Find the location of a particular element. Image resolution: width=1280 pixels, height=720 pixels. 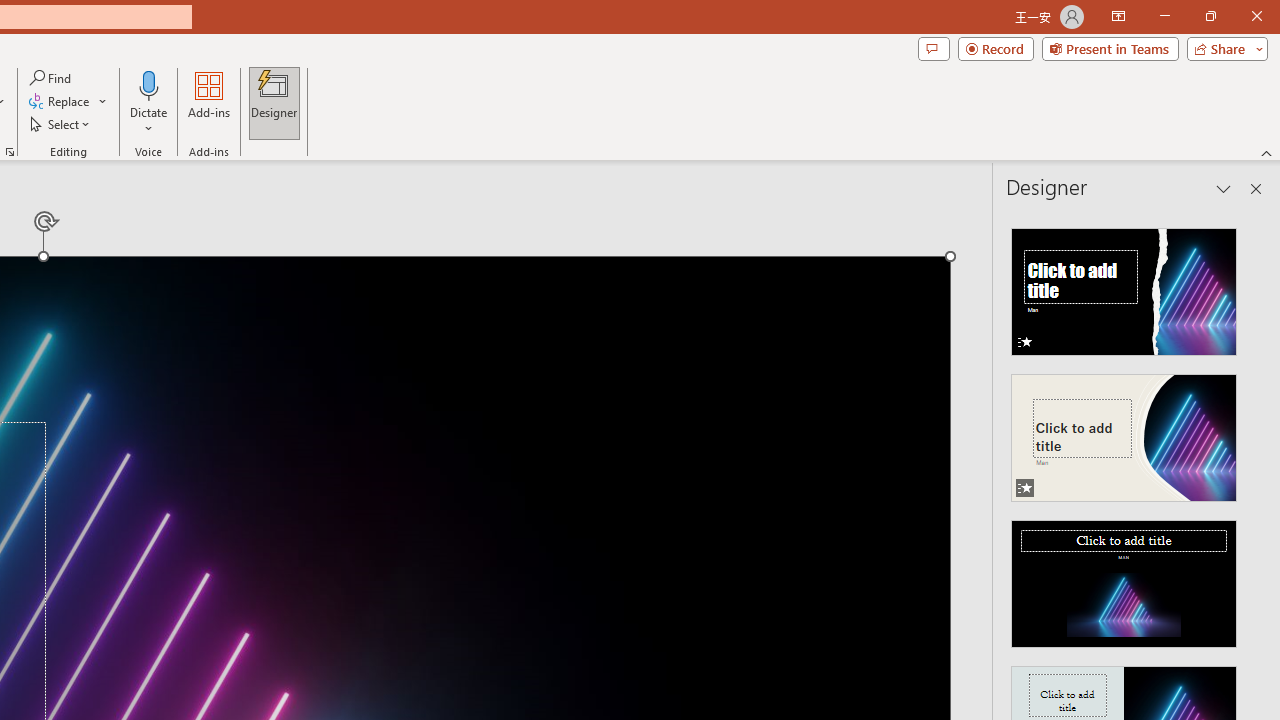

'Comments' is located at coordinates (932, 47).